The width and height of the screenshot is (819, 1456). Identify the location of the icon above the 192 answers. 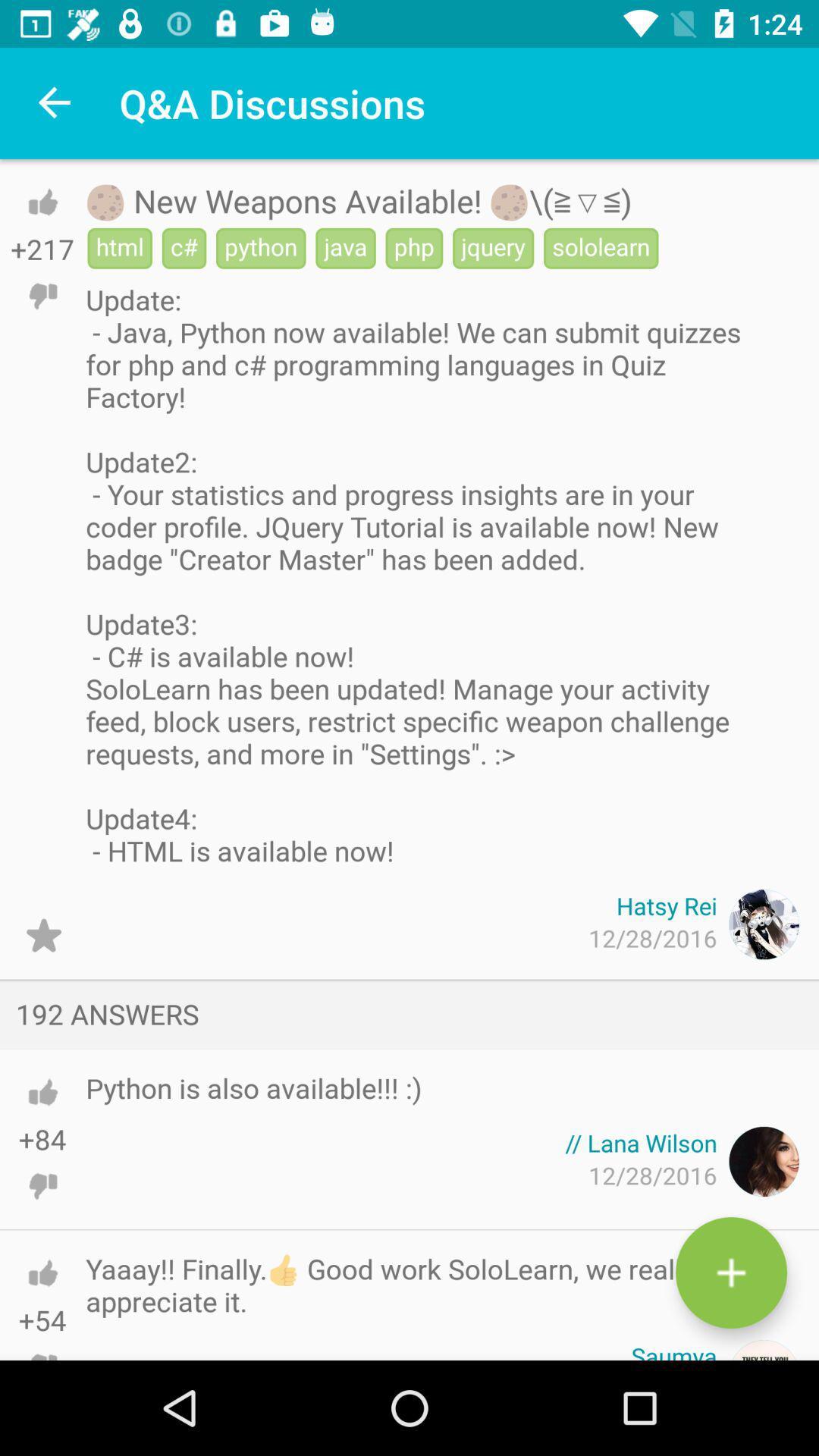
(42, 934).